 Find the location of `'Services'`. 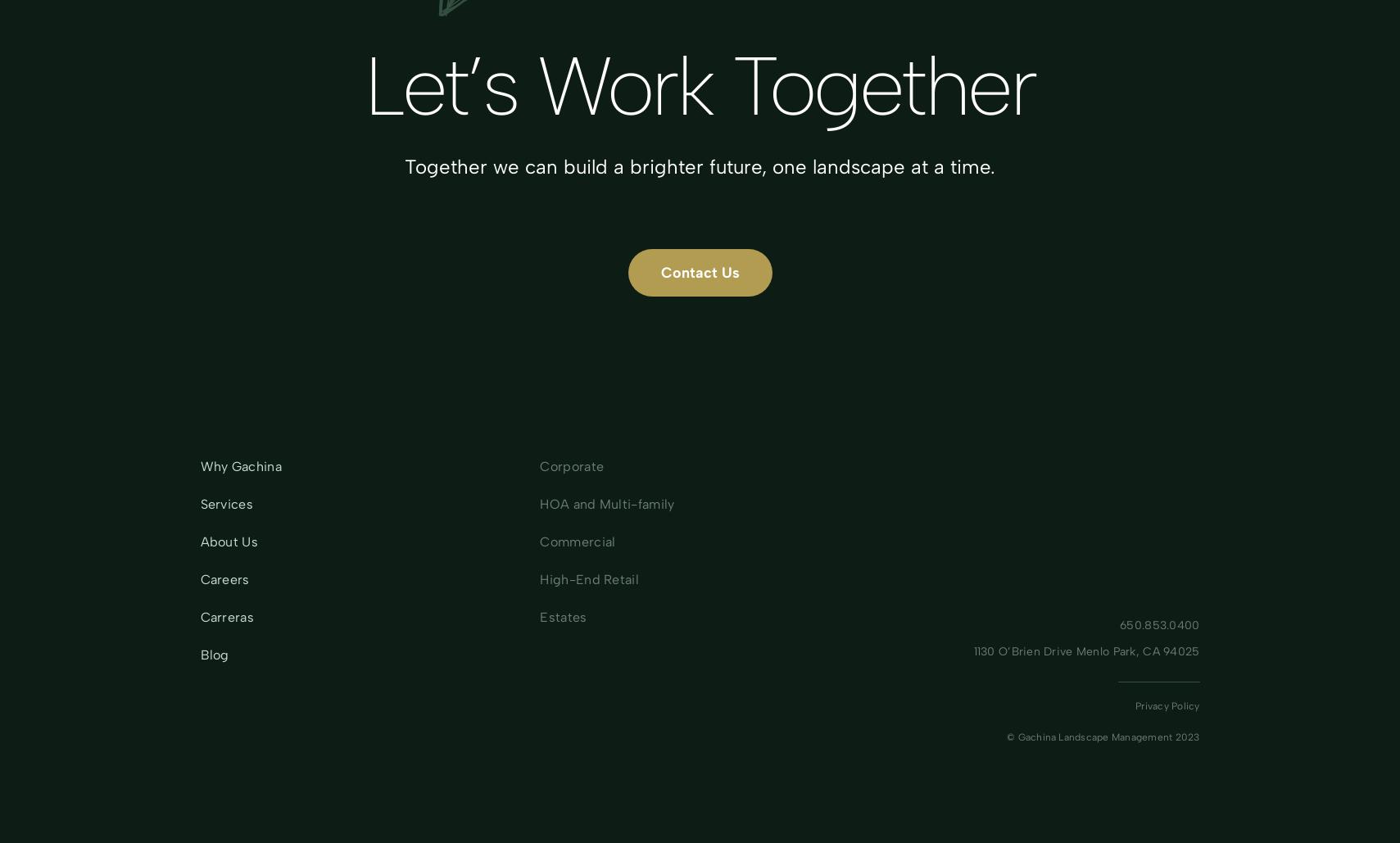

'Services' is located at coordinates (225, 503).